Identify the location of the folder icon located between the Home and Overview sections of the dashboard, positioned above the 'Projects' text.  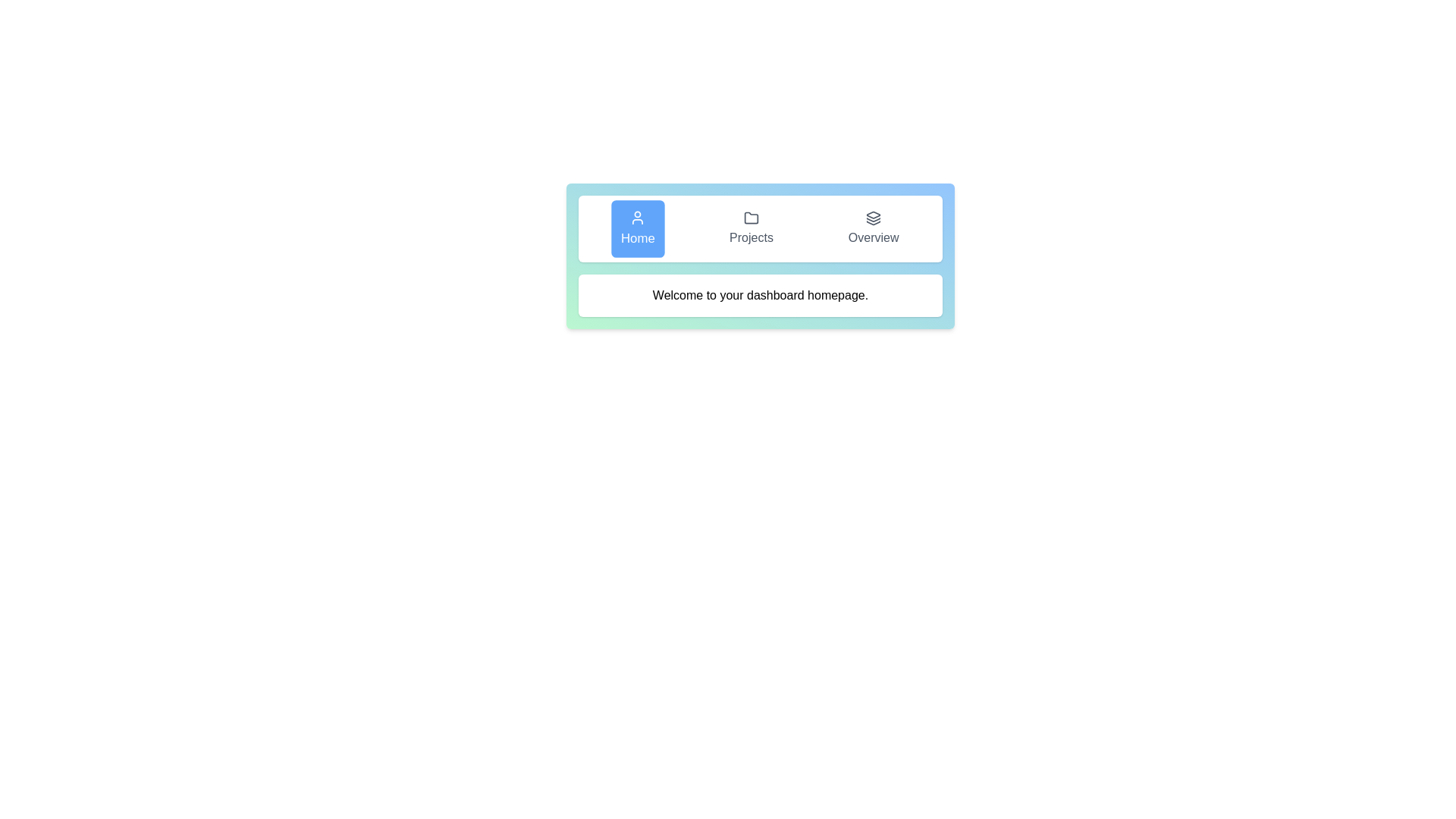
(751, 218).